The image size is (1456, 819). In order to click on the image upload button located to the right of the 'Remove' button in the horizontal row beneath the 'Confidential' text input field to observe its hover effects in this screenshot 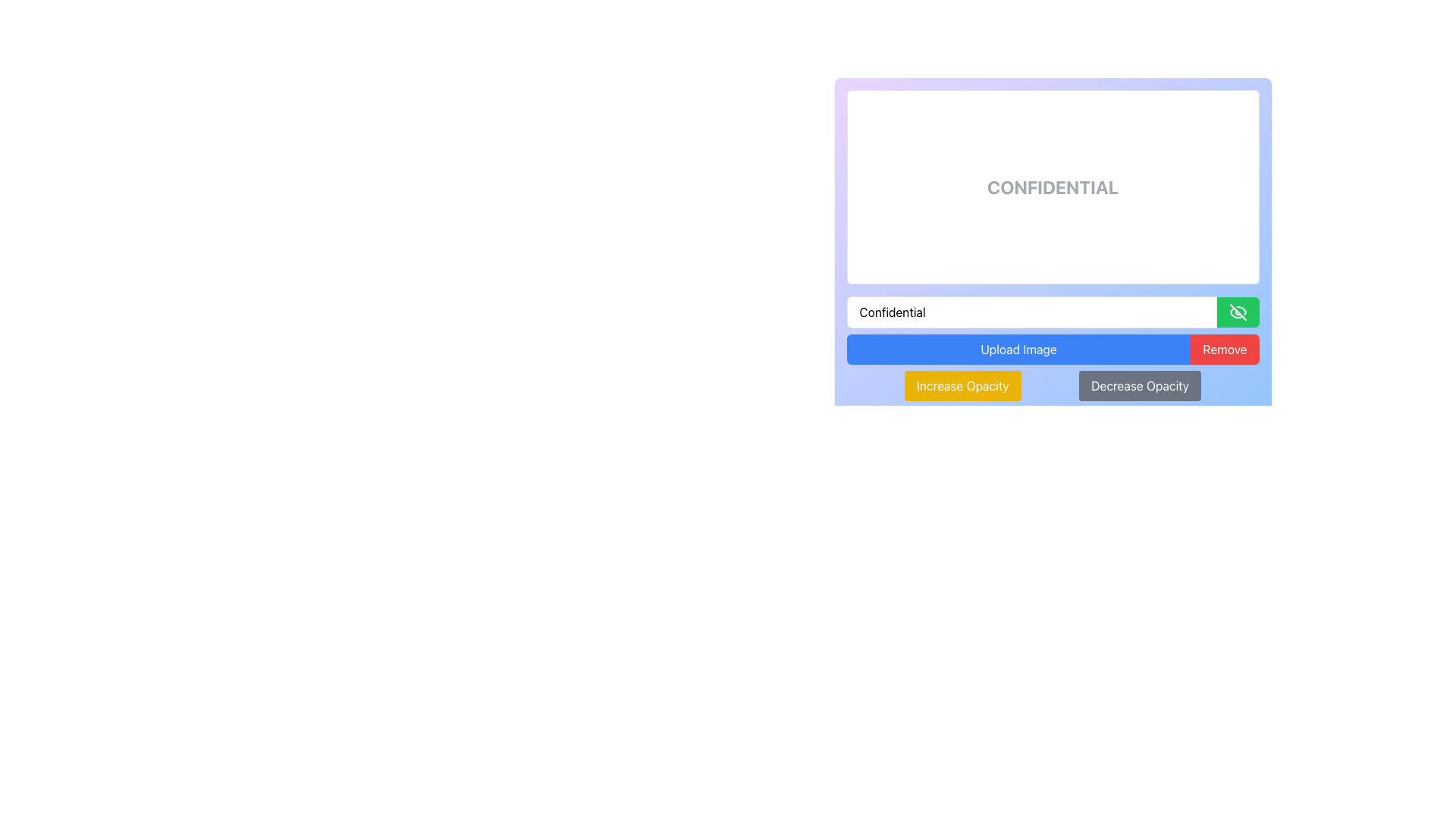, I will do `click(1052, 350)`.